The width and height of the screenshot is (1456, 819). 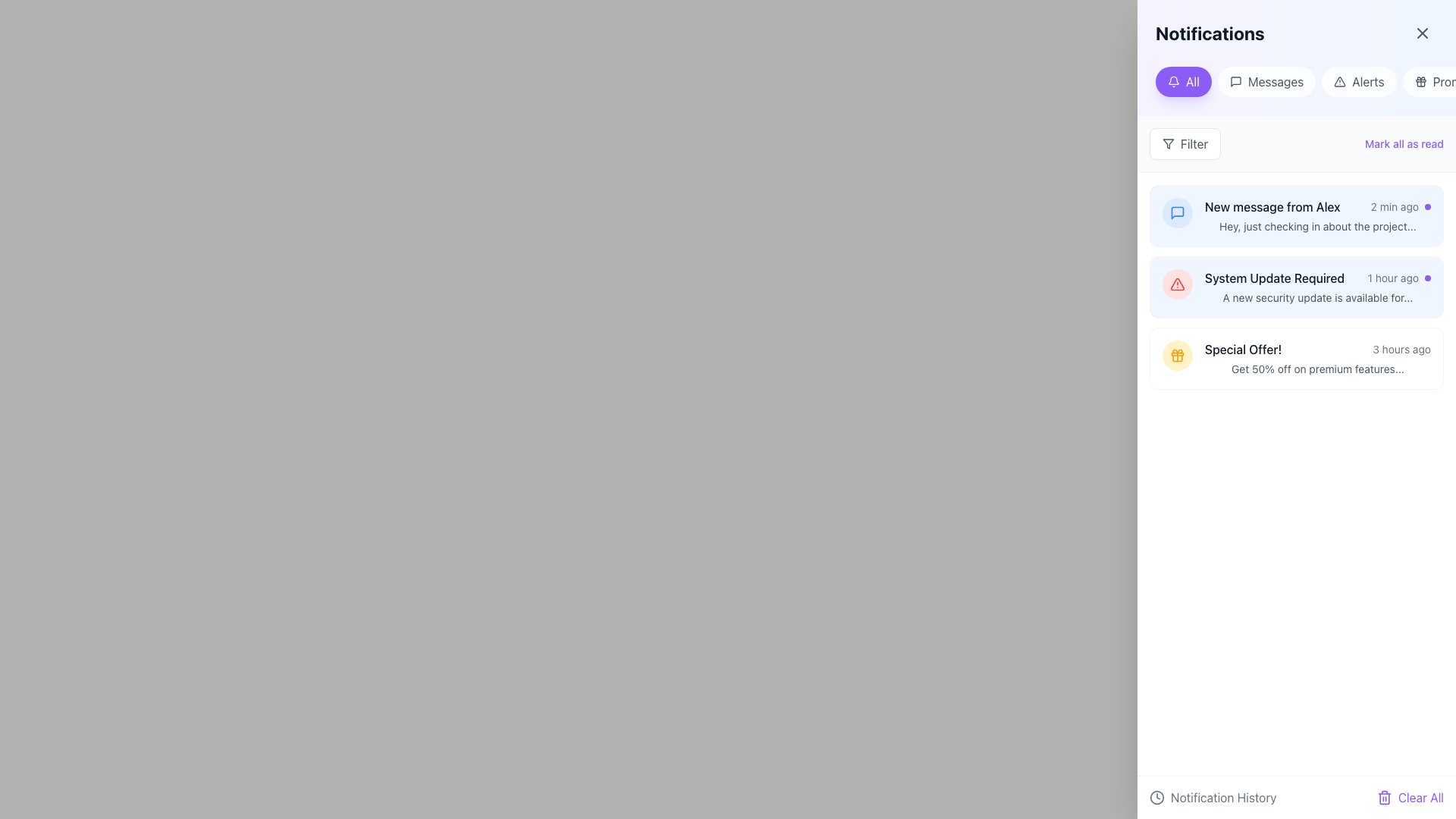 I want to click on the archive icon within the group of interactive buttons located on the right side of the 'Special Offer!' notification card, so click(x=1388, y=359).